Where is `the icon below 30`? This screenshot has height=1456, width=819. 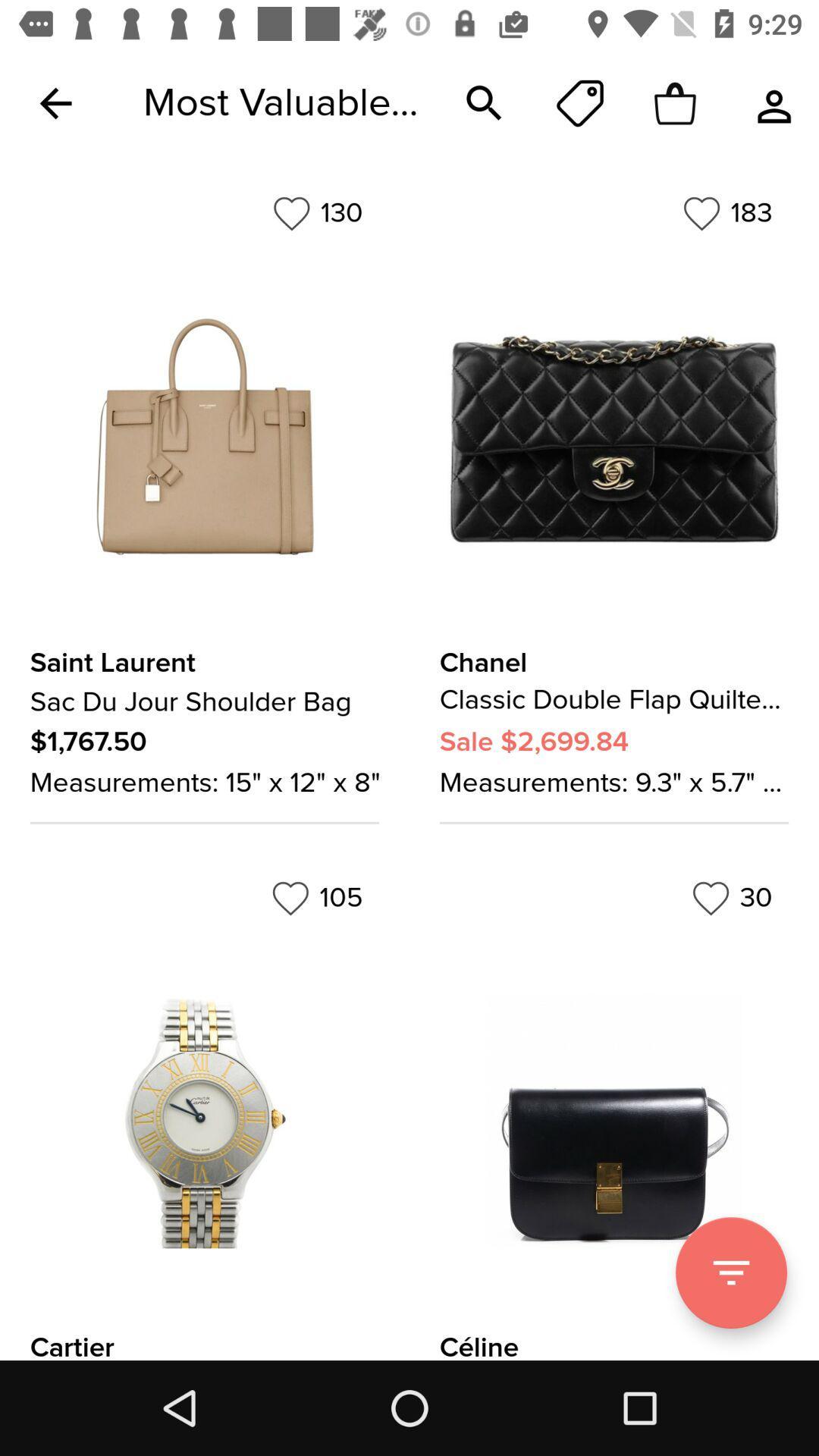
the icon below 30 is located at coordinates (730, 1272).